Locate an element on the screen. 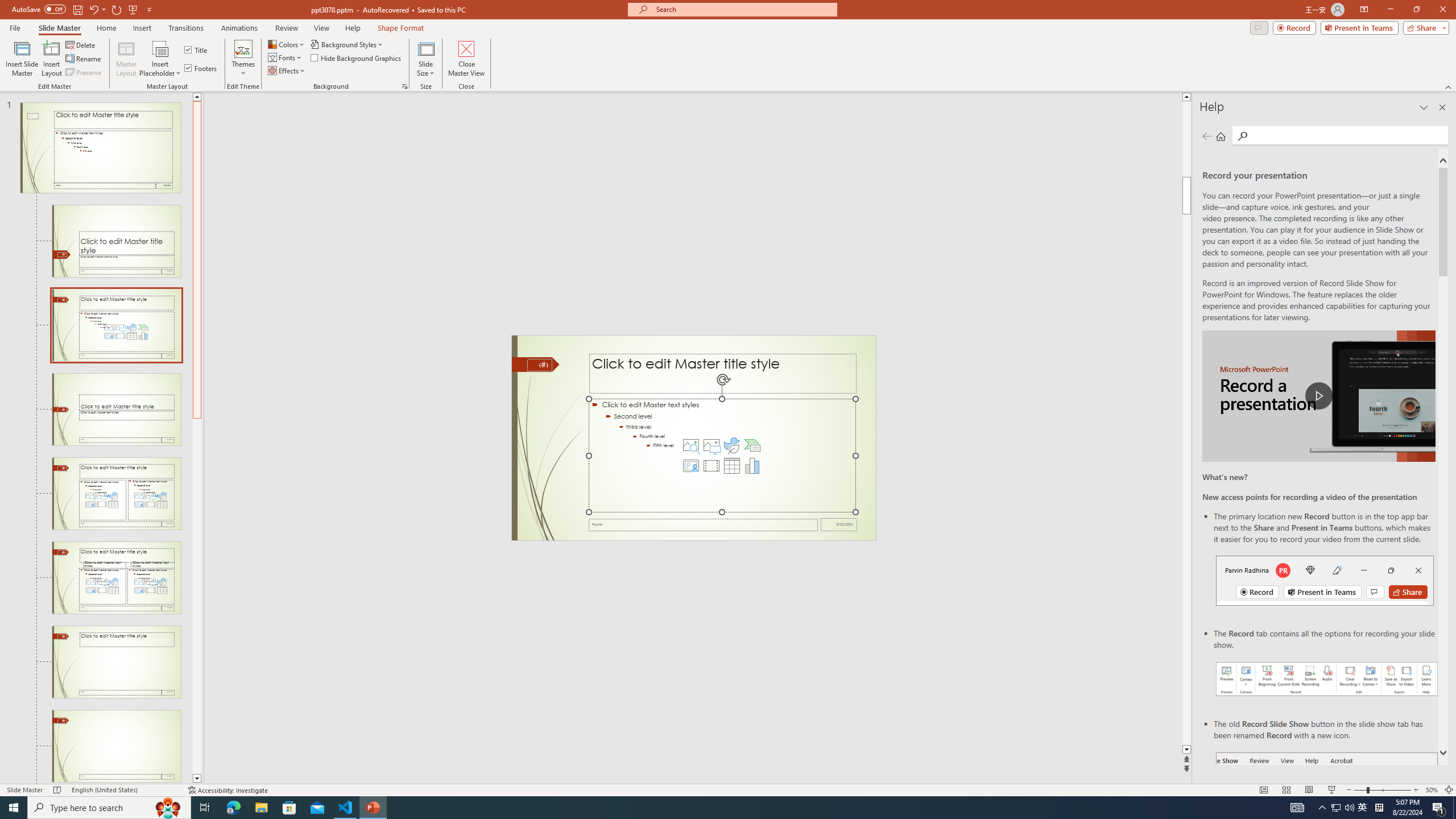 Image resolution: width=1456 pixels, height=819 pixels. 'Search' is located at coordinates (1347, 135).